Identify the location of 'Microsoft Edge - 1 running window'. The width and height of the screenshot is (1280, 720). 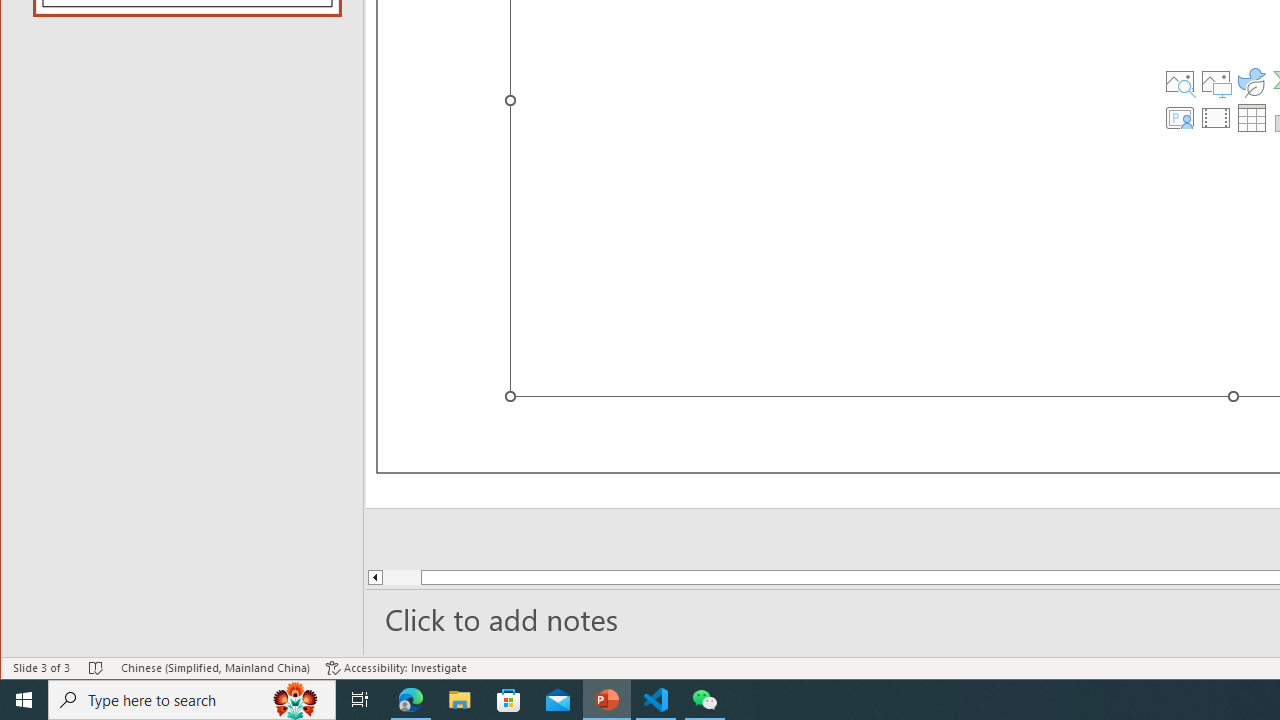
(410, 698).